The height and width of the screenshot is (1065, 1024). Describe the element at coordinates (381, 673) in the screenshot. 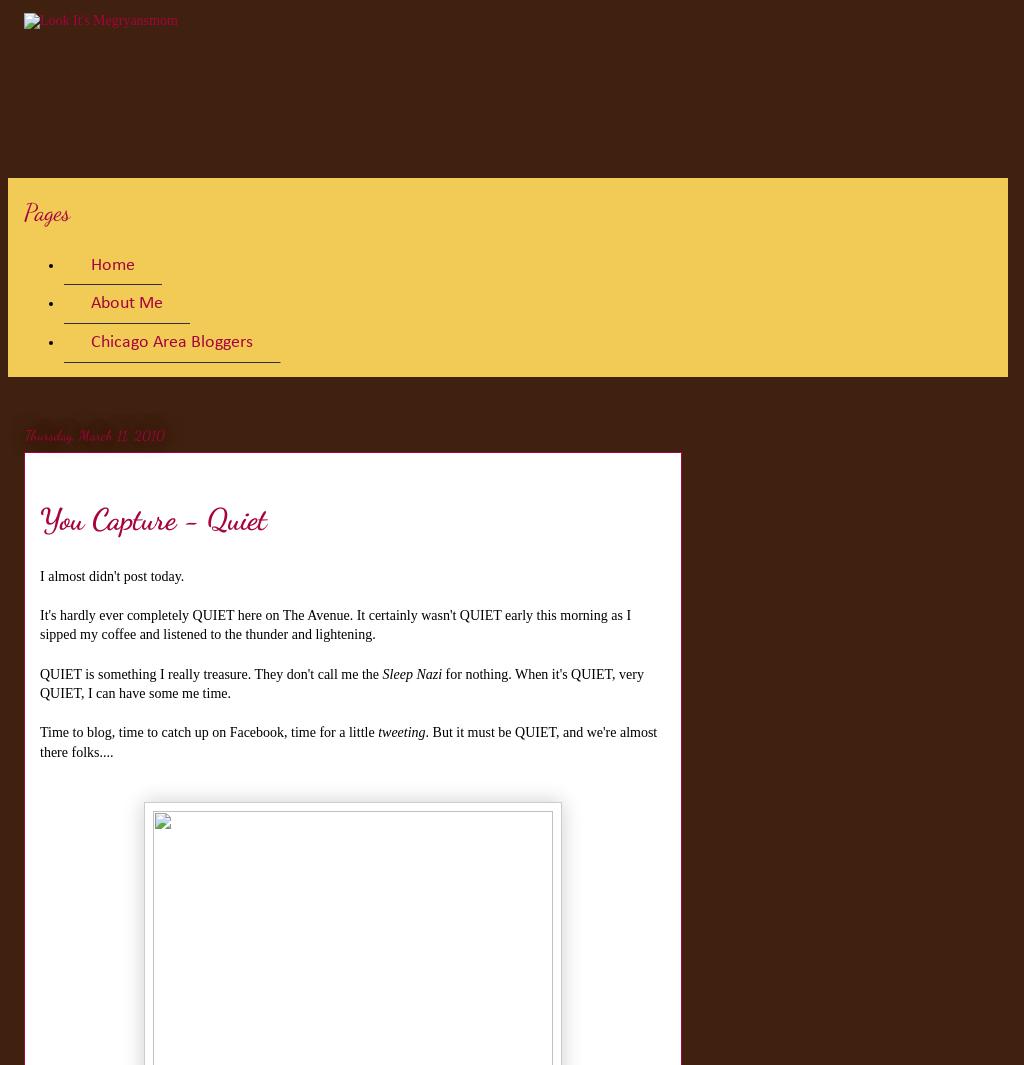

I see `'Sleep Nazi'` at that location.